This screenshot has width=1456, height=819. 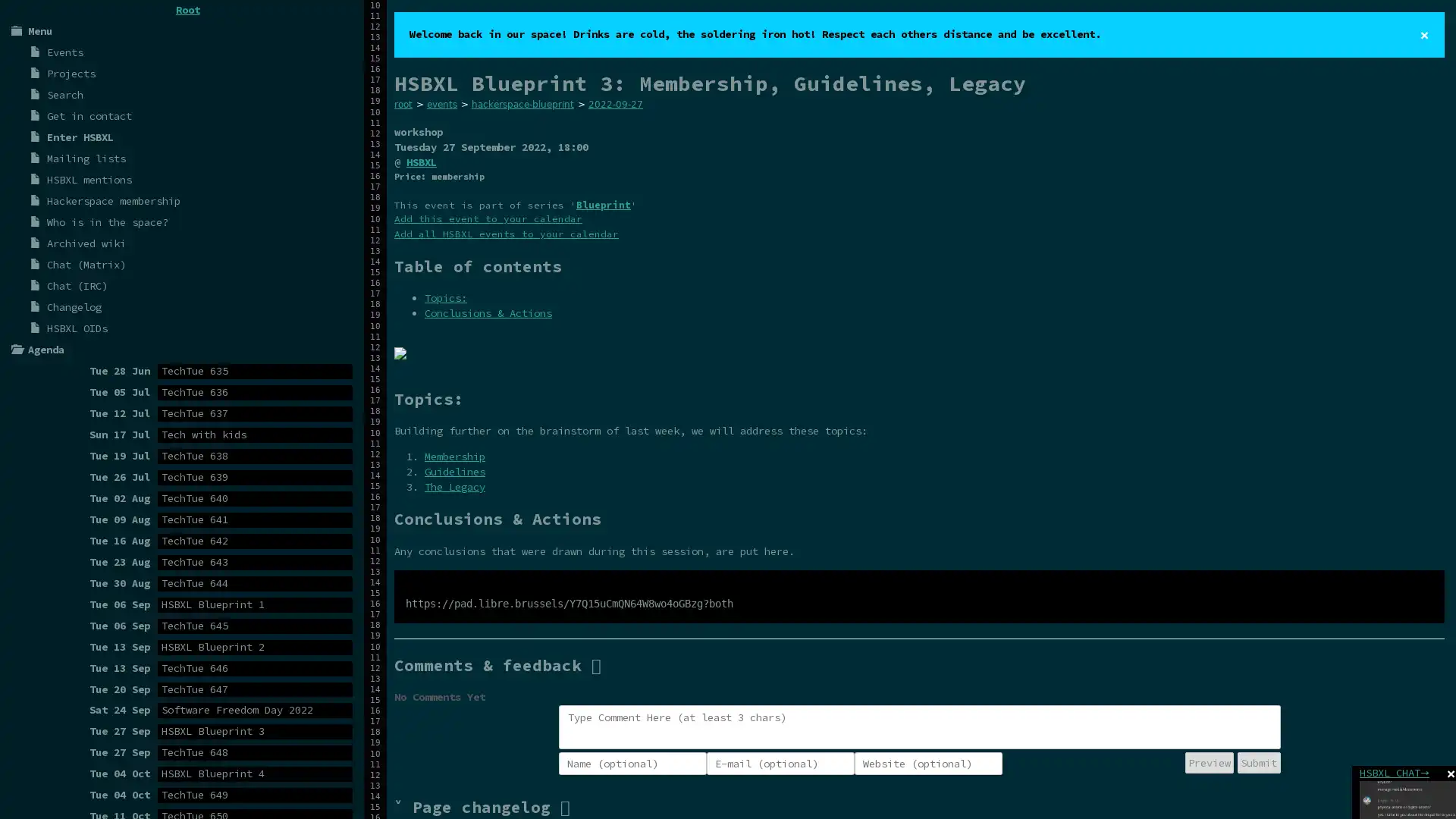 I want to click on Preview, so click(x=1208, y=763).